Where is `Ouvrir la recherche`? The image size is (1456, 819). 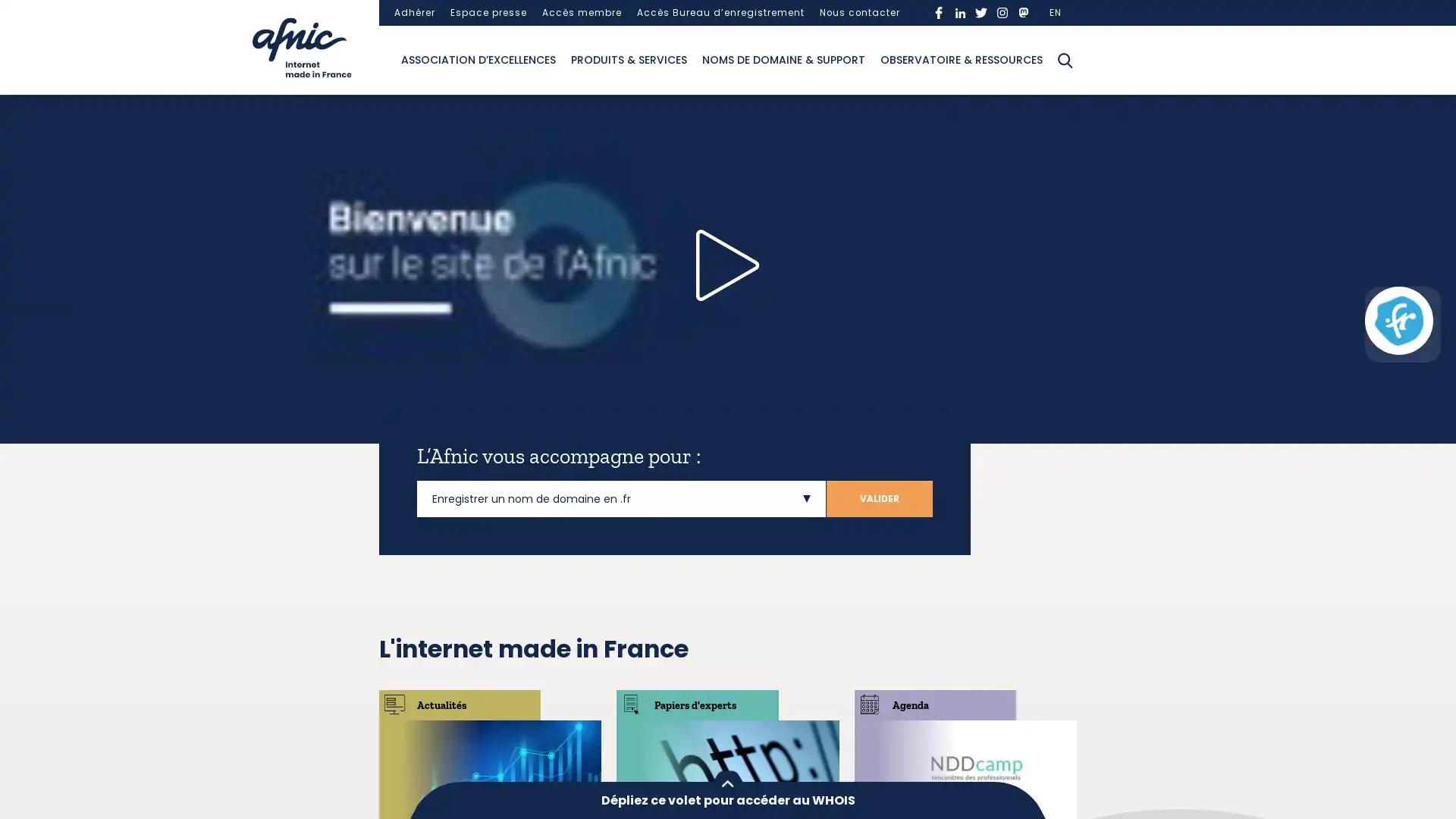
Ouvrir la recherche is located at coordinates (1065, 58).